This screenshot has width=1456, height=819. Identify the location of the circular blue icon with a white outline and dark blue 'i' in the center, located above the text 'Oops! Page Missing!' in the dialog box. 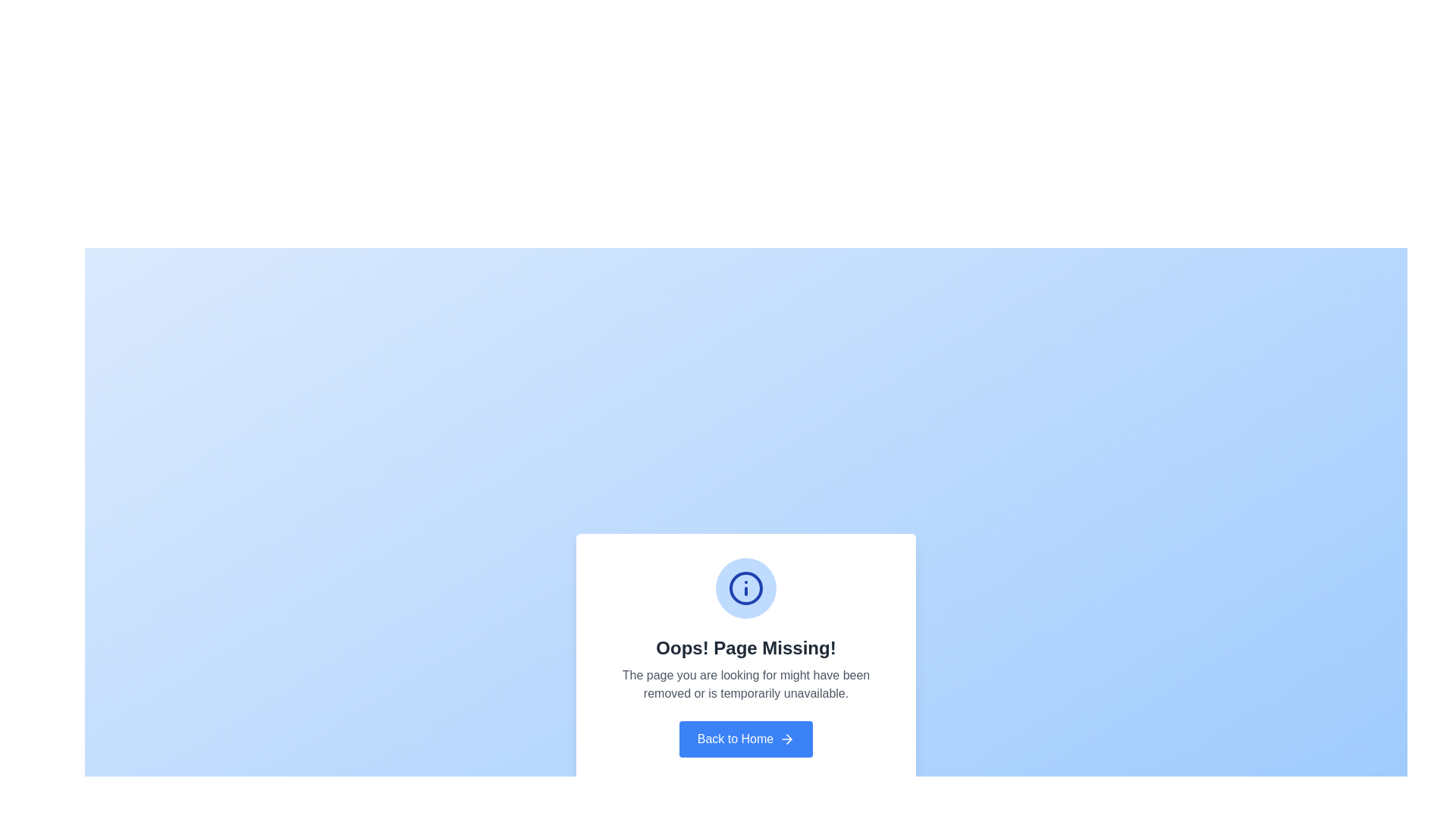
(745, 587).